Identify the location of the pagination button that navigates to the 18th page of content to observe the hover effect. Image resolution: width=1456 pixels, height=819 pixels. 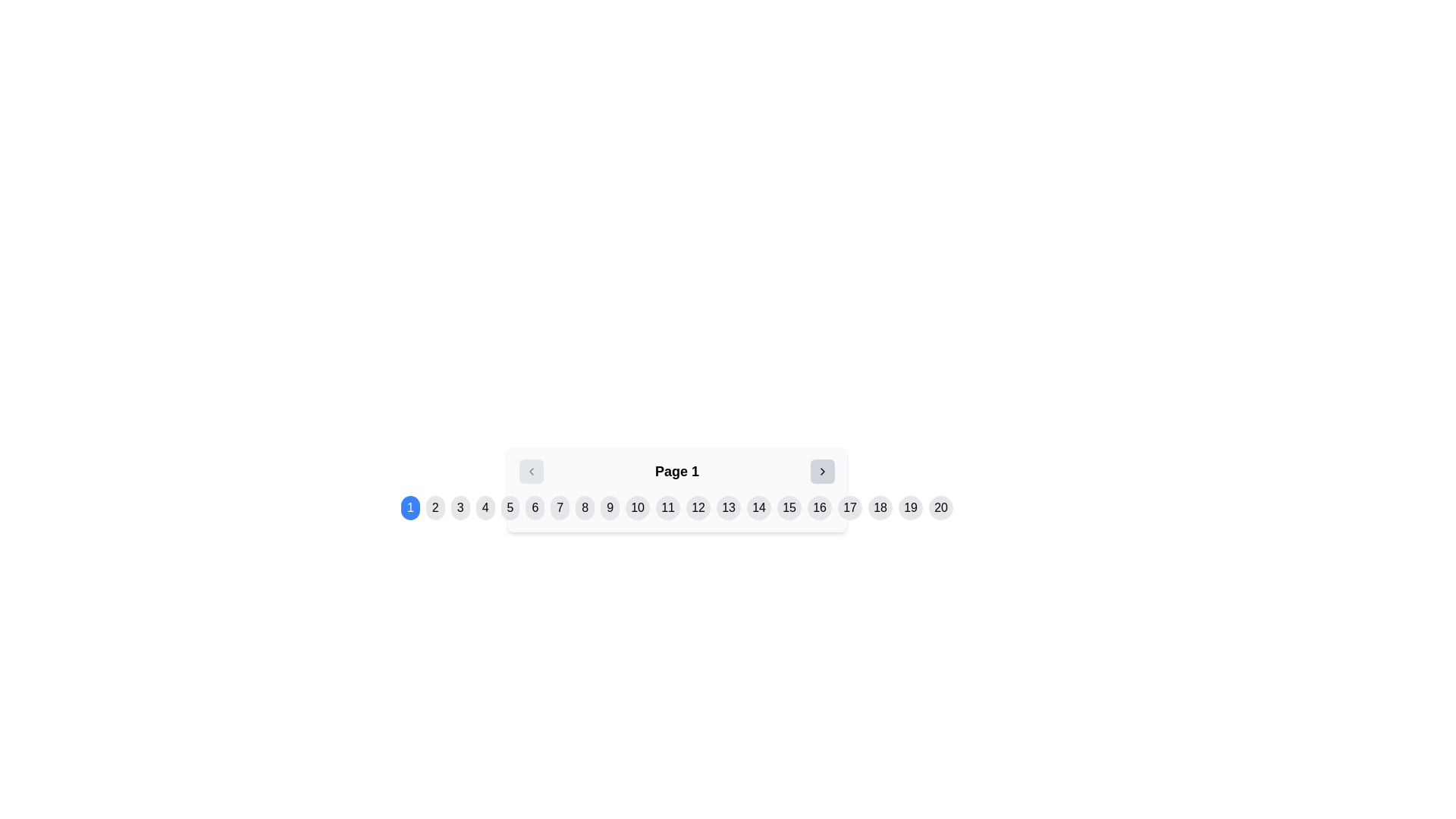
(880, 508).